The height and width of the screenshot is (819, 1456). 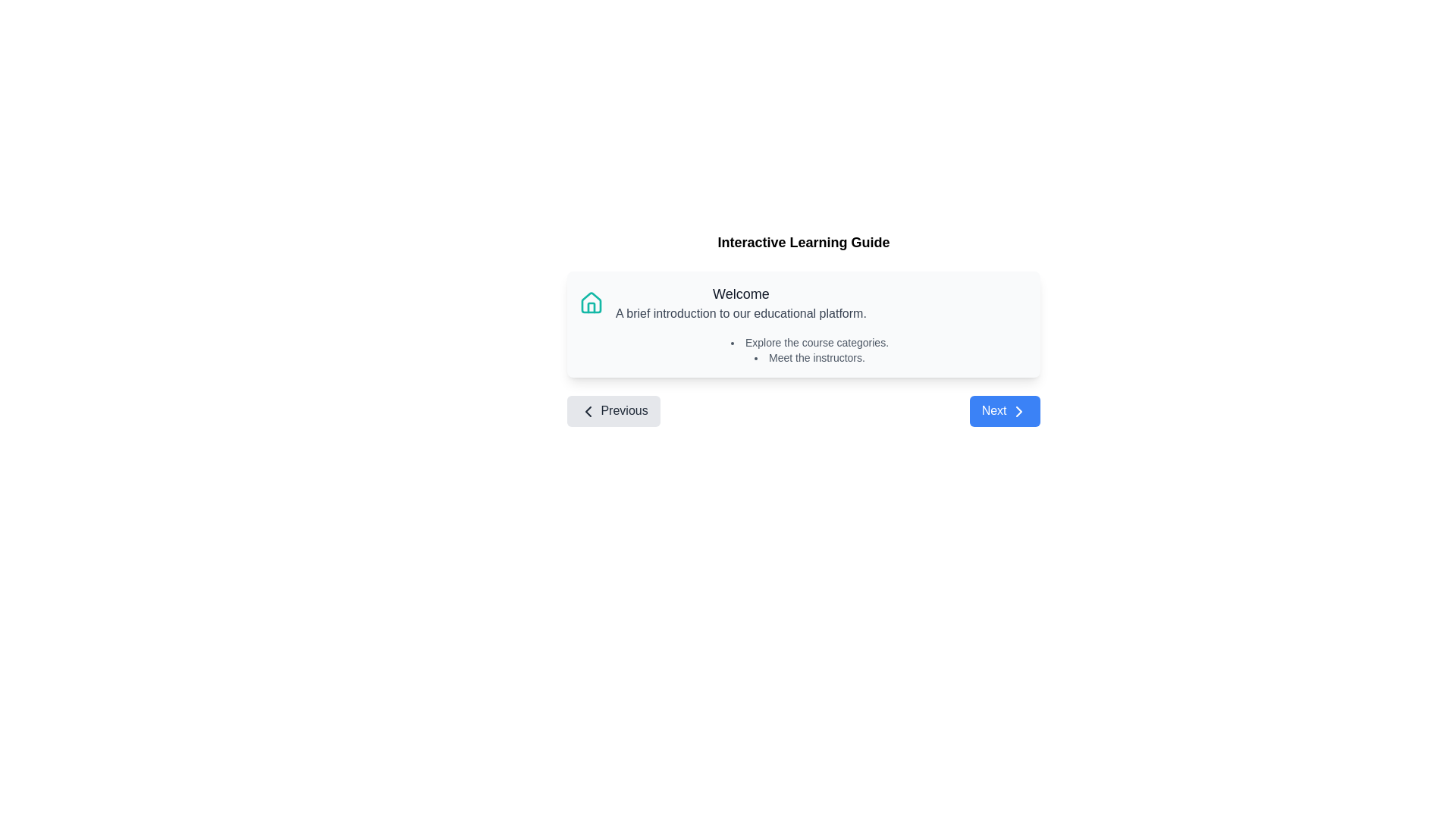 I want to click on the chevron icon that indicates the 'Previous' navigation button, located to the left of the 'Previous' button in the navigation area, so click(x=588, y=411).